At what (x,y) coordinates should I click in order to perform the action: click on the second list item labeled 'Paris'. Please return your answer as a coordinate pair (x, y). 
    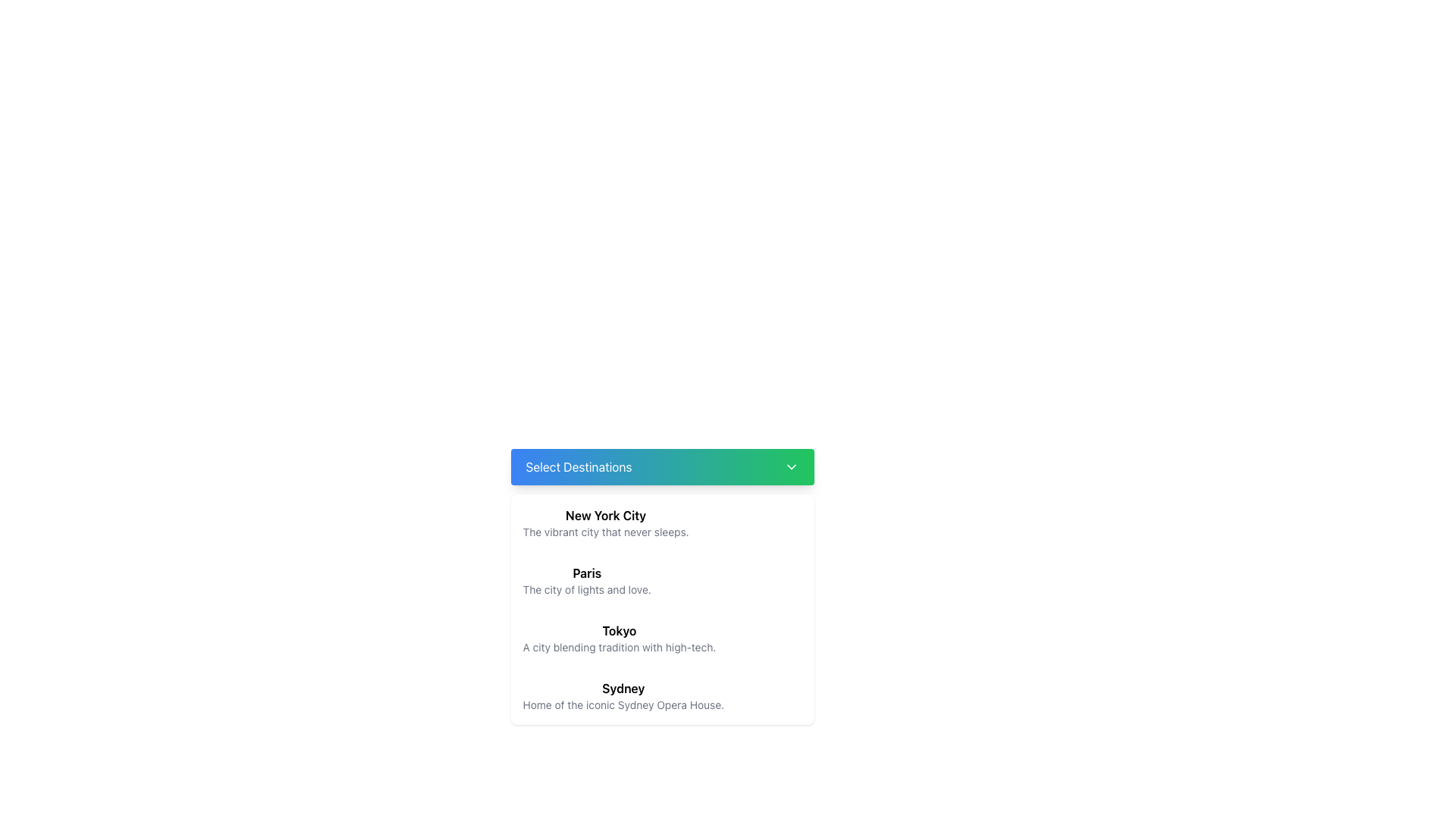
    Looking at the image, I should click on (586, 580).